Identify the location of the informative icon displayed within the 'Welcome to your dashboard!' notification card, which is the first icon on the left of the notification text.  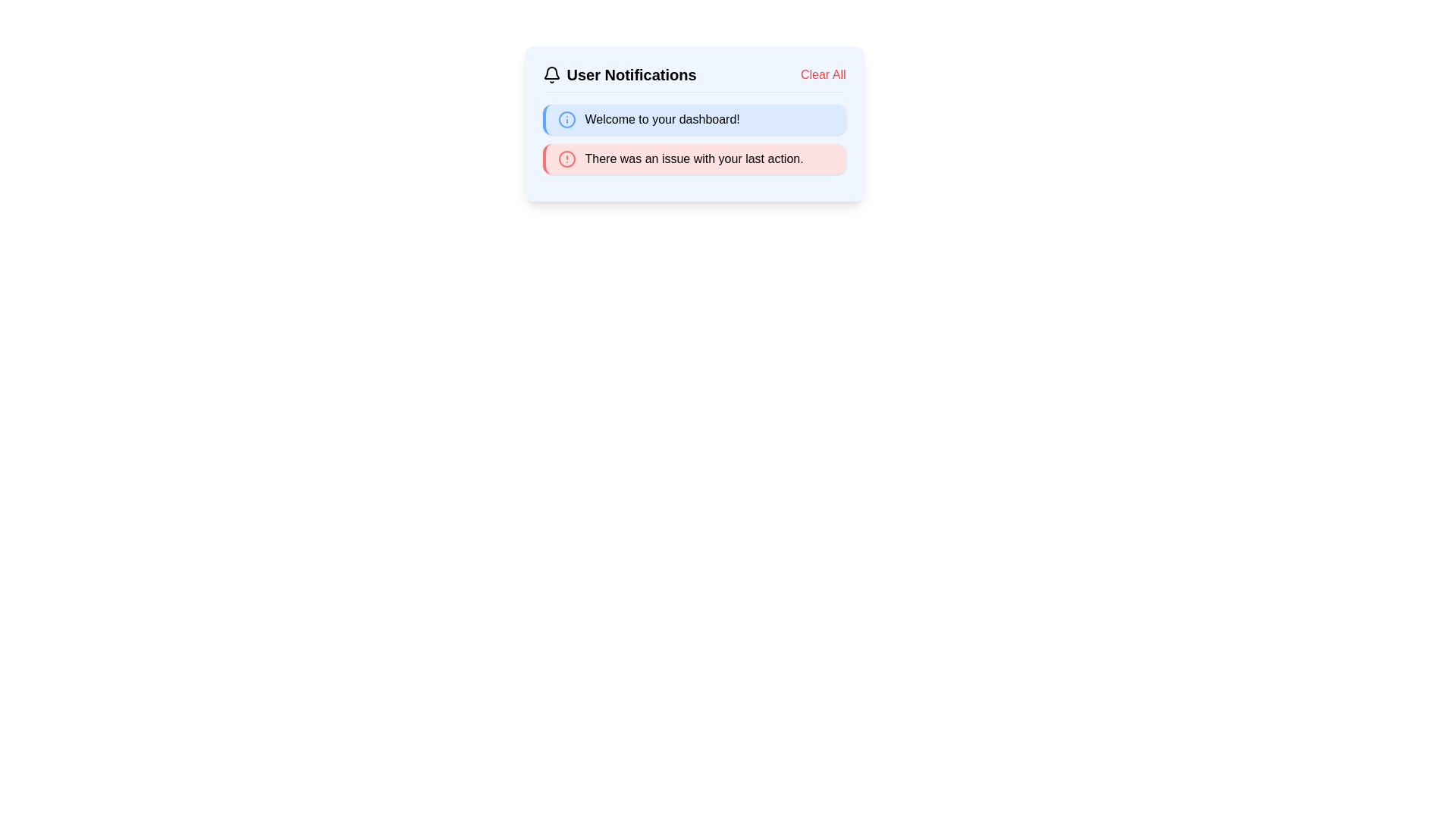
(566, 119).